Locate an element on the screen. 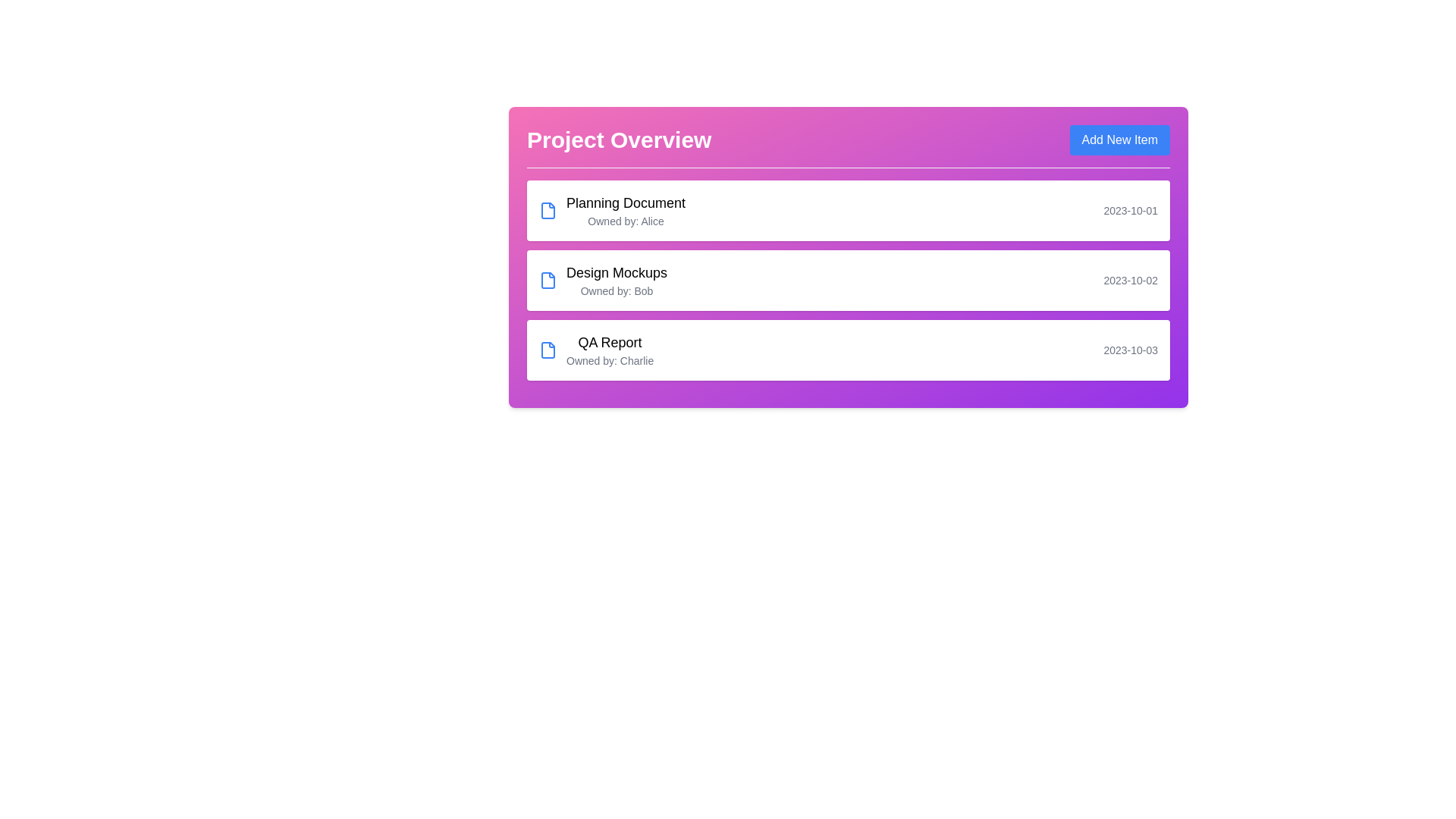 This screenshot has height=819, width=1456. the Text label displaying '2023-10-01' styled in a small, gray font located at the bottom-right of the project details section is located at coordinates (1131, 210).